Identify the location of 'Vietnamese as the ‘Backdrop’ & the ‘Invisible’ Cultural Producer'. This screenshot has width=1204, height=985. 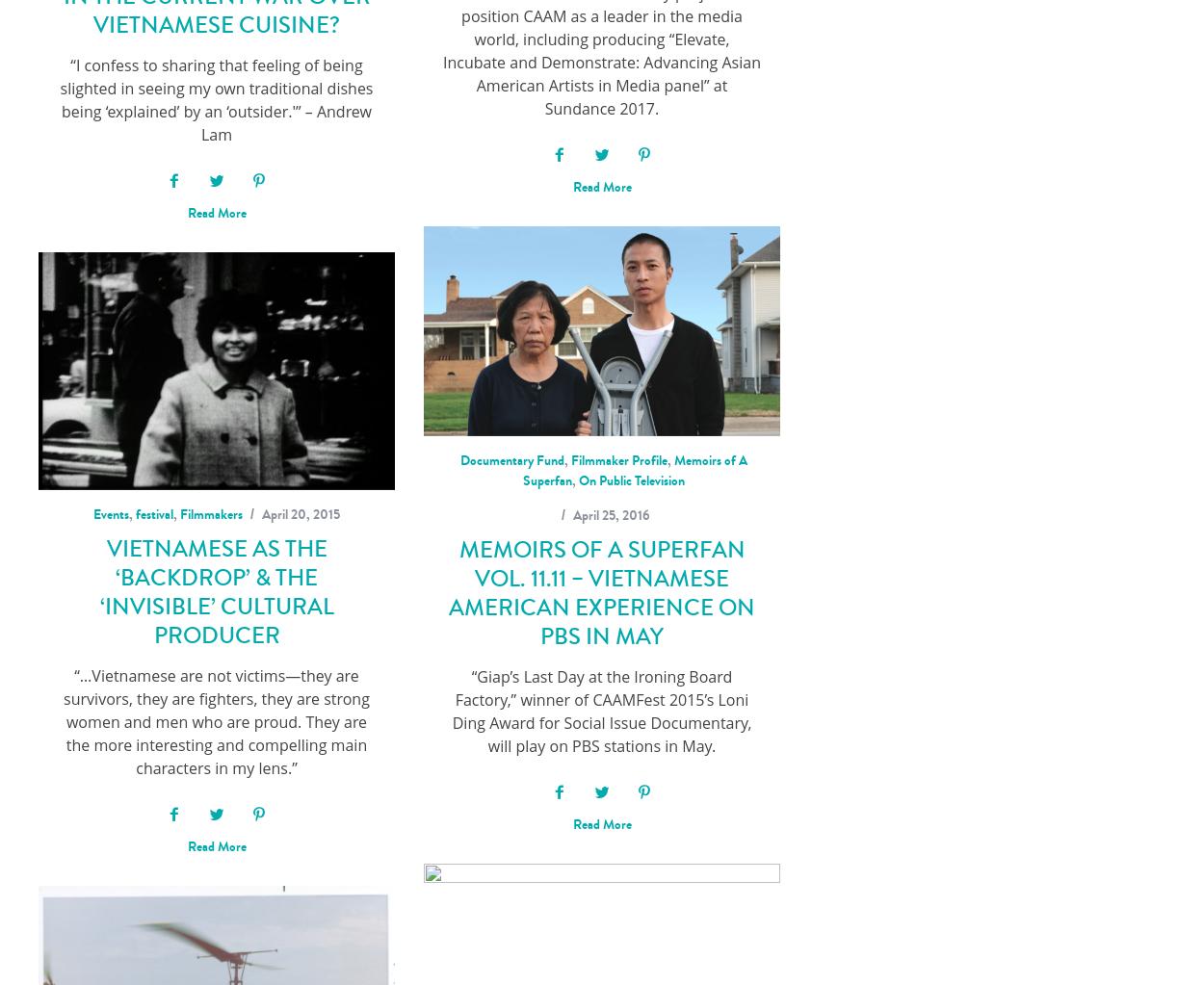
(215, 591).